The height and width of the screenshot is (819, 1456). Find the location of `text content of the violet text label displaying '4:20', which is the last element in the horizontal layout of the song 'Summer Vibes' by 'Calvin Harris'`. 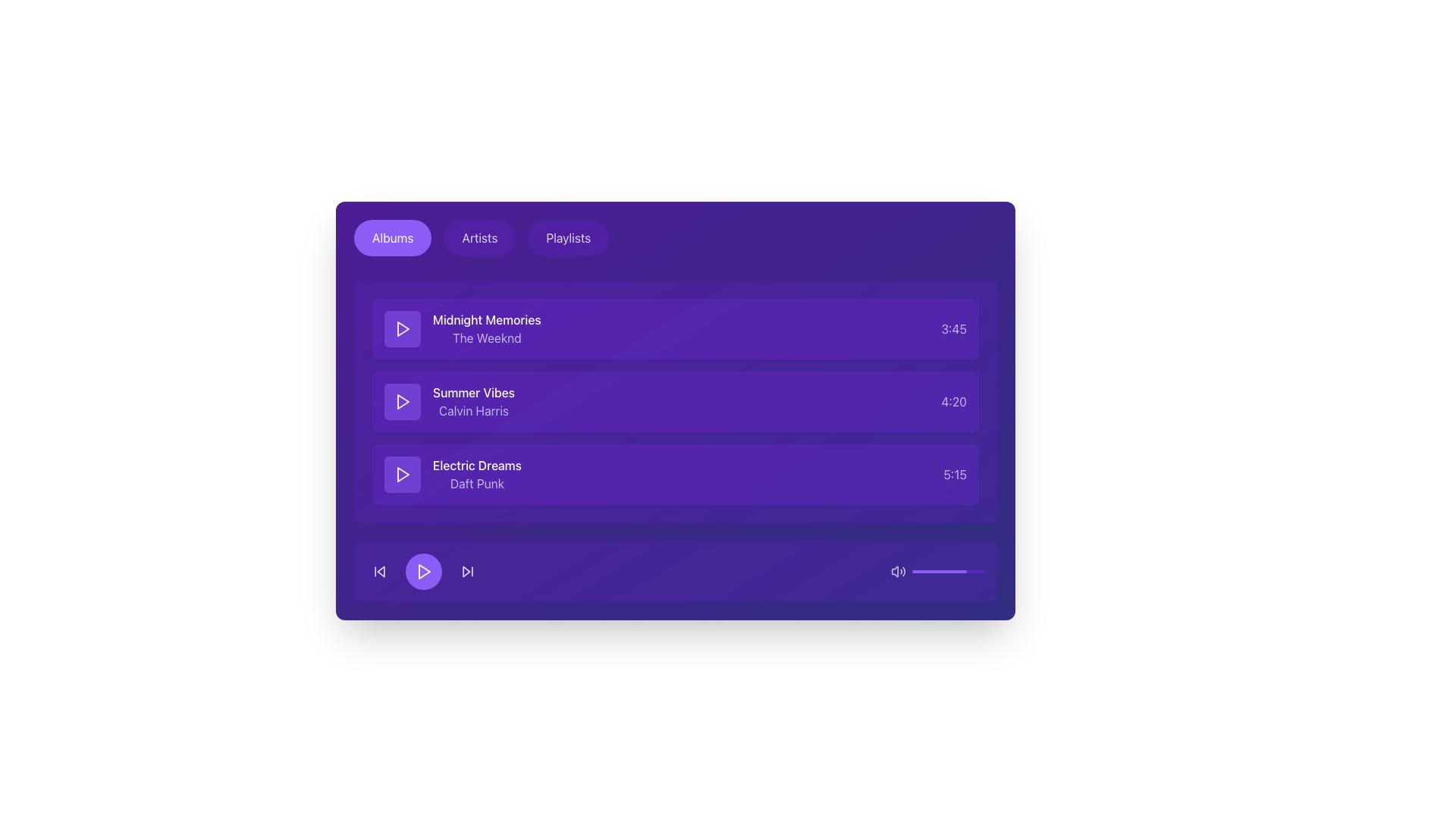

text content of the violet text label displaying '4:20', which is the last element in the horizontal layout of the song 'Summer Vibes' by 'Calvin Harris' is located at coordinates (953, 400).